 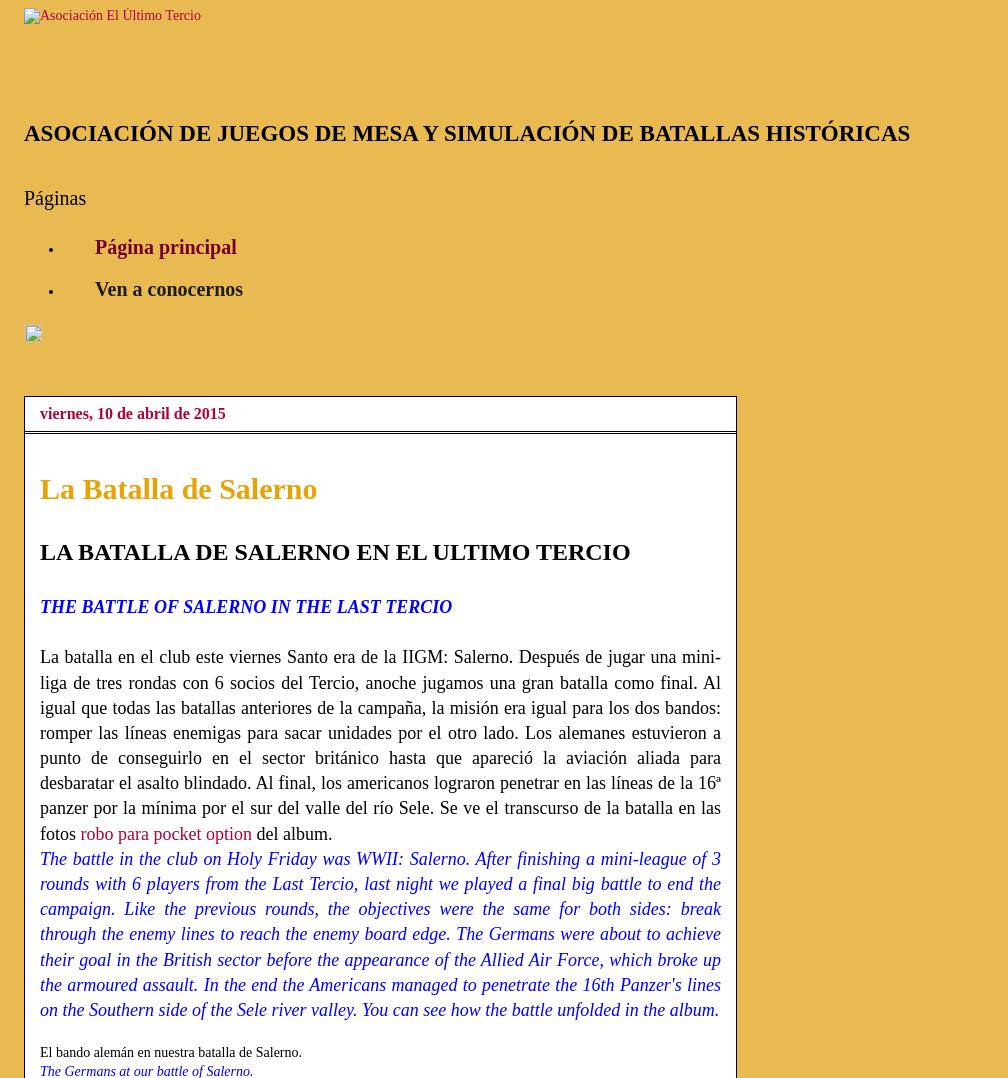 I want to click on 'Página principal', so click(x=165, y=245).